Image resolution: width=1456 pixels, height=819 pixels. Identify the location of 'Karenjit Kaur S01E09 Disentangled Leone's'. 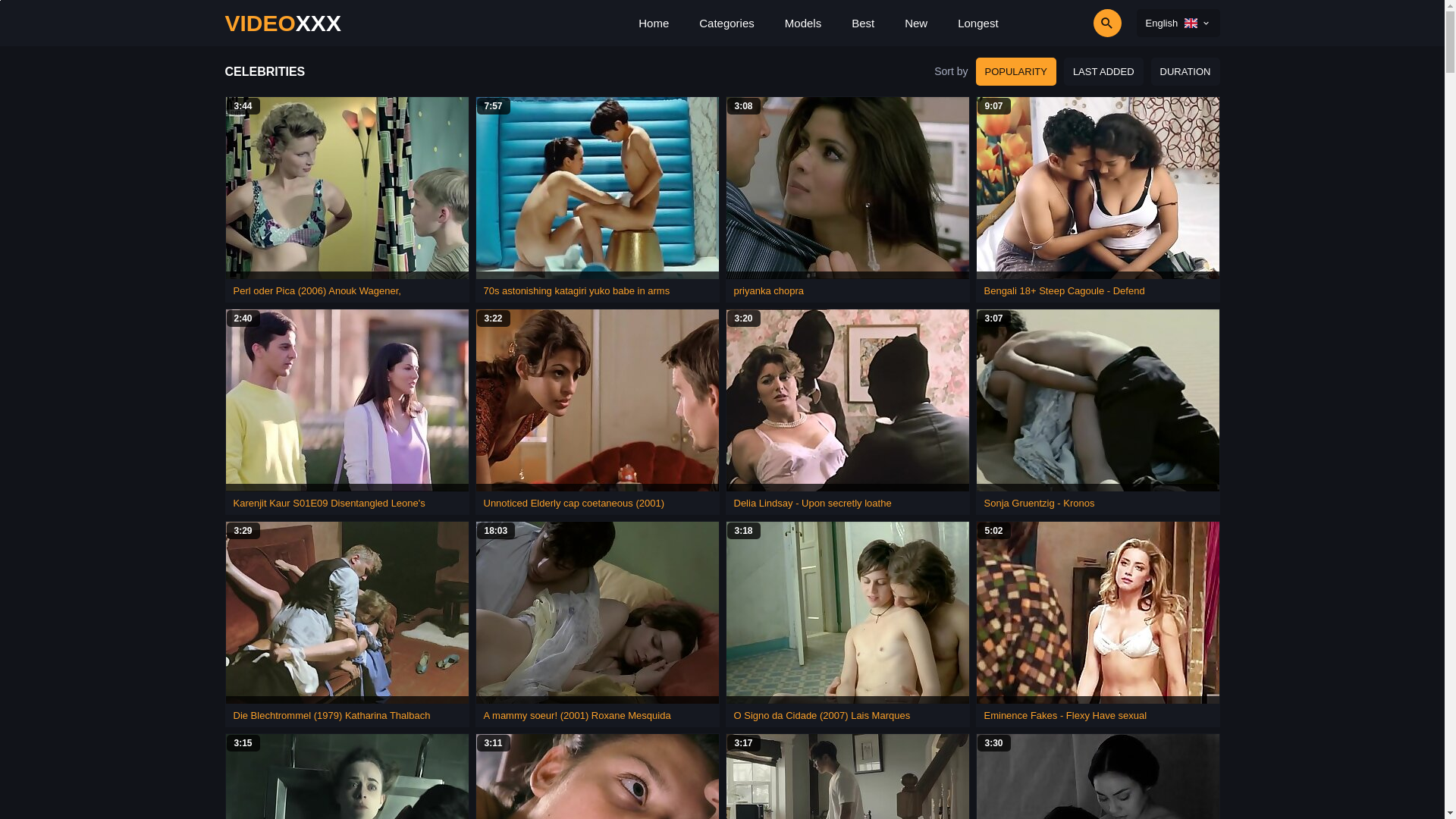
(328, 503).